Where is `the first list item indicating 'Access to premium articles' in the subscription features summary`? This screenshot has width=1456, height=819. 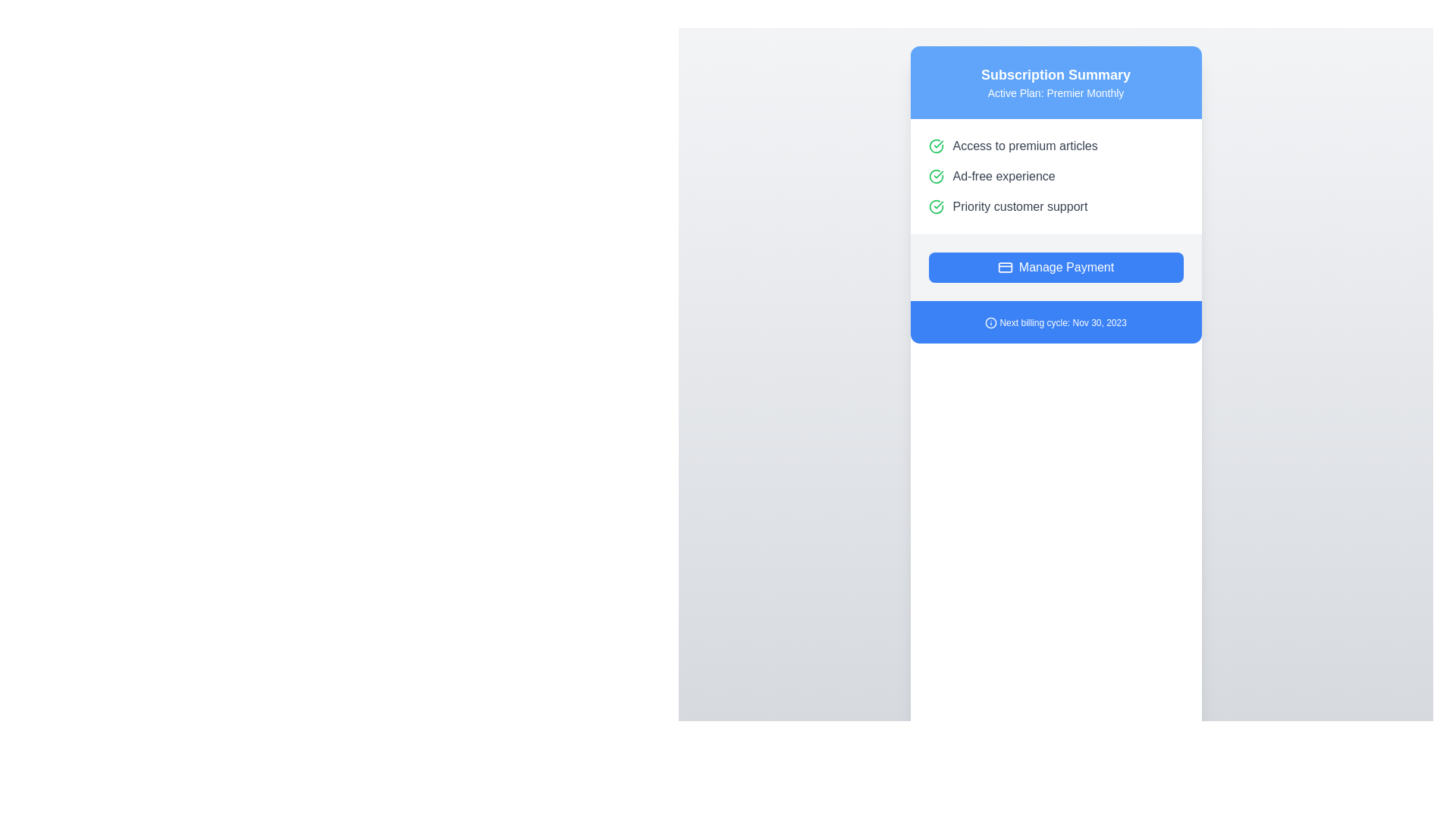 the first list item indicating 'Access to premium articles' in the subscription features summary is located at coordinates (1055, 146).